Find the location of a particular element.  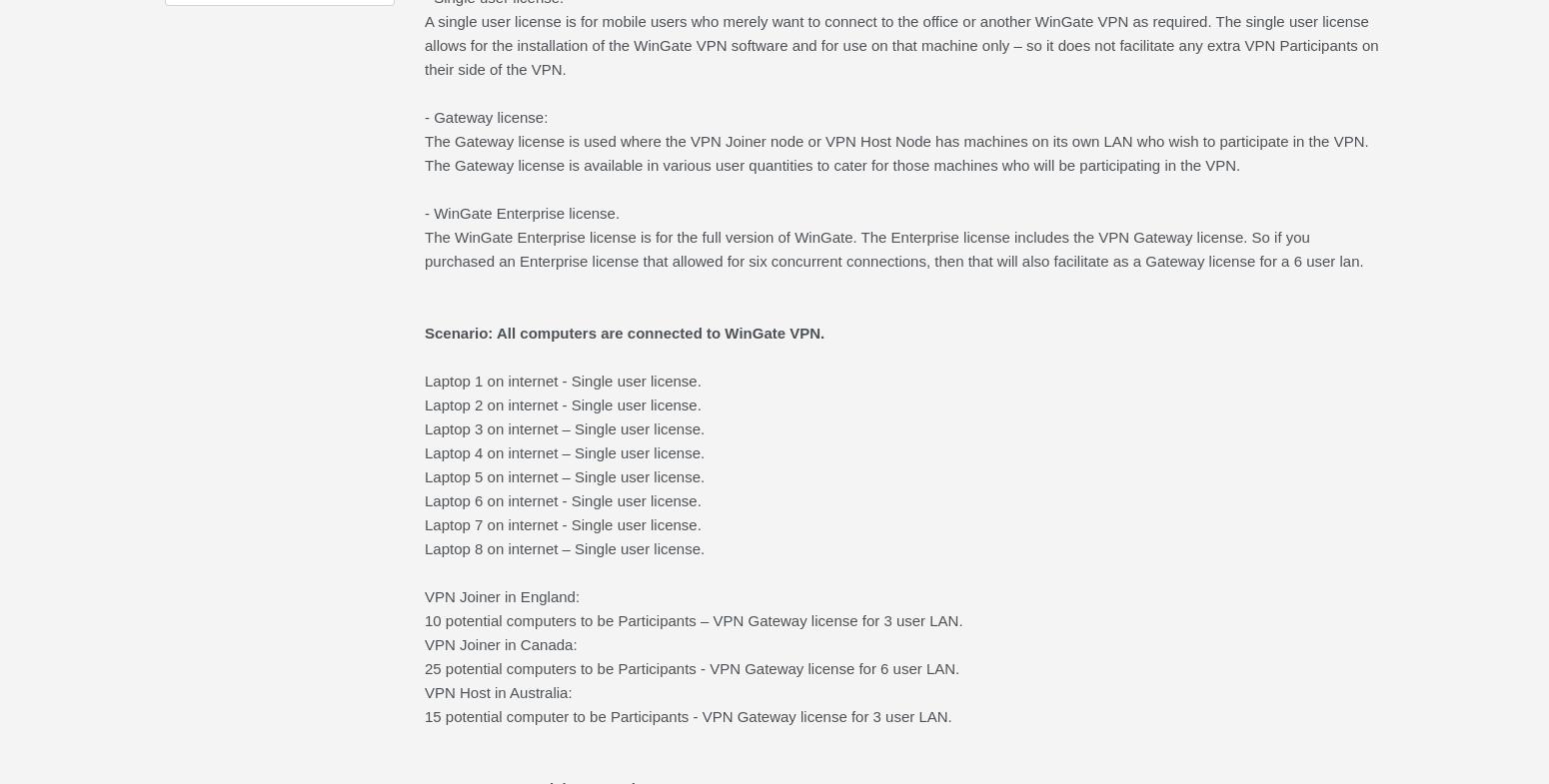

'VPN Host in Australia:' is located at coordinates (497, 692).